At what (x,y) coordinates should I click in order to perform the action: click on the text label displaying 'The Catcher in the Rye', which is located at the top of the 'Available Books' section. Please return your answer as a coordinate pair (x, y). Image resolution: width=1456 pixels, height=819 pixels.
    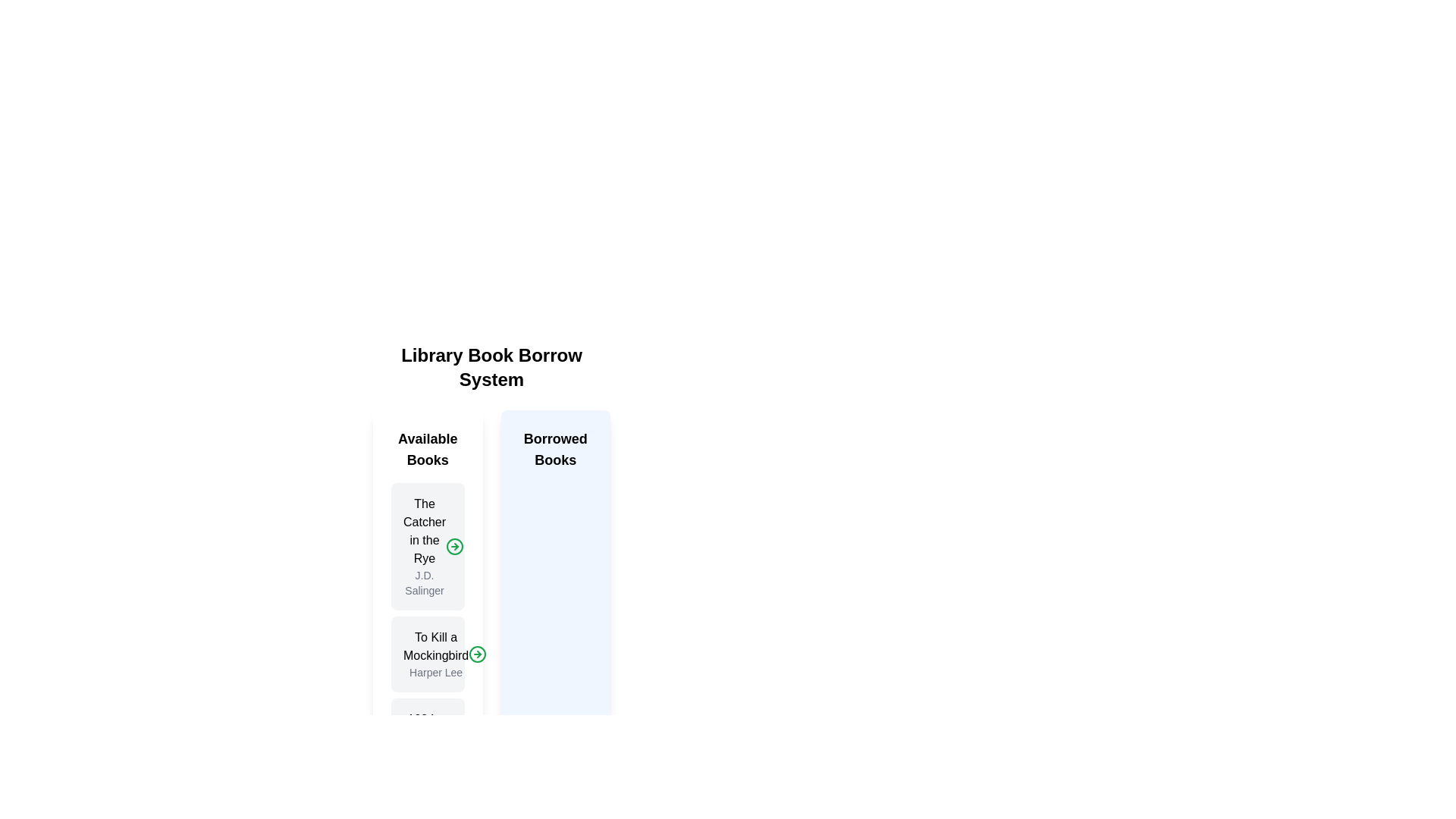
    Looking at the image, I should click on (425, 531).